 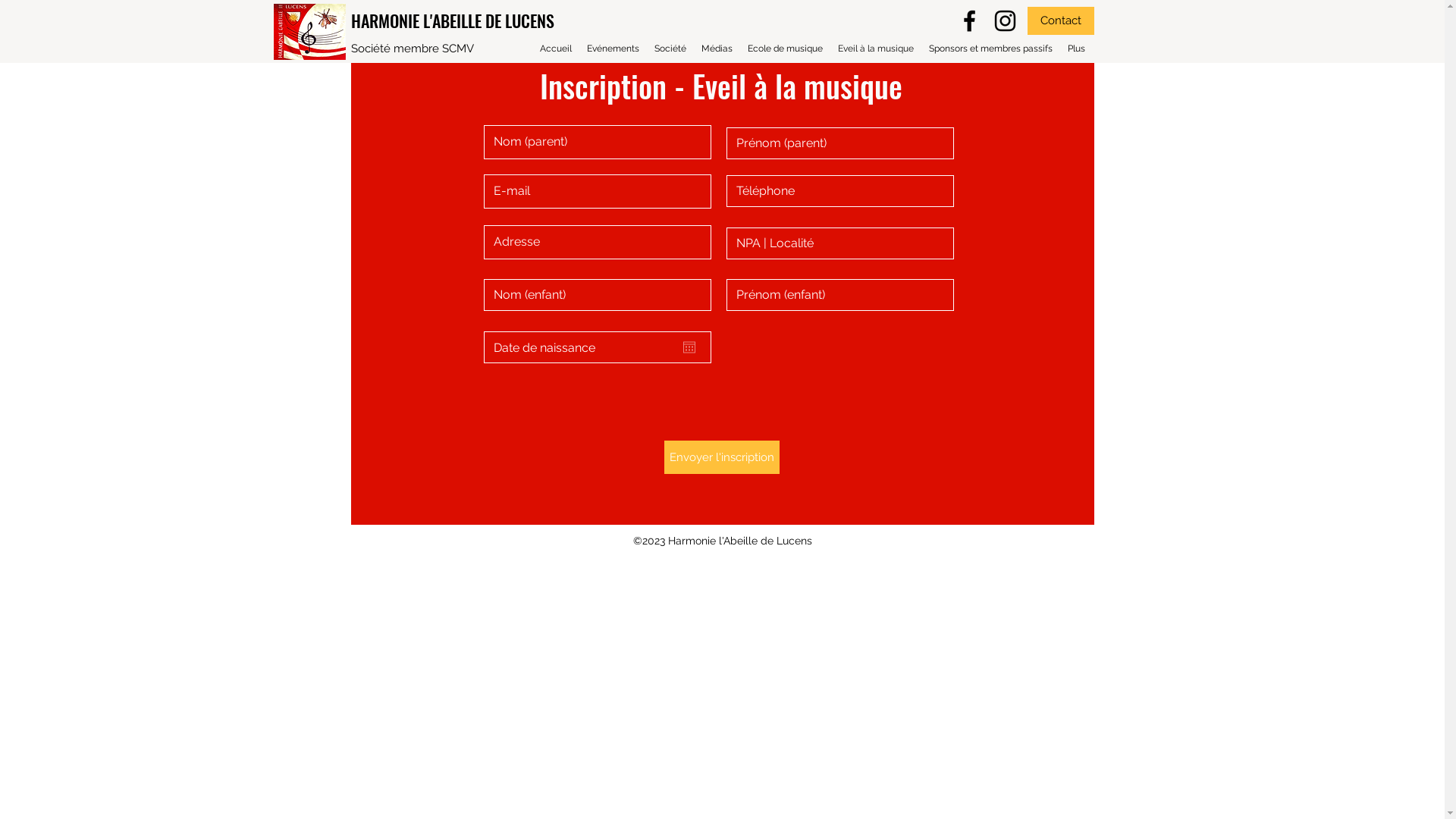 What do you see at coordinates (555, 48) in the screenshot?
I see `'Accueil'` at bounding box center [555, 48].